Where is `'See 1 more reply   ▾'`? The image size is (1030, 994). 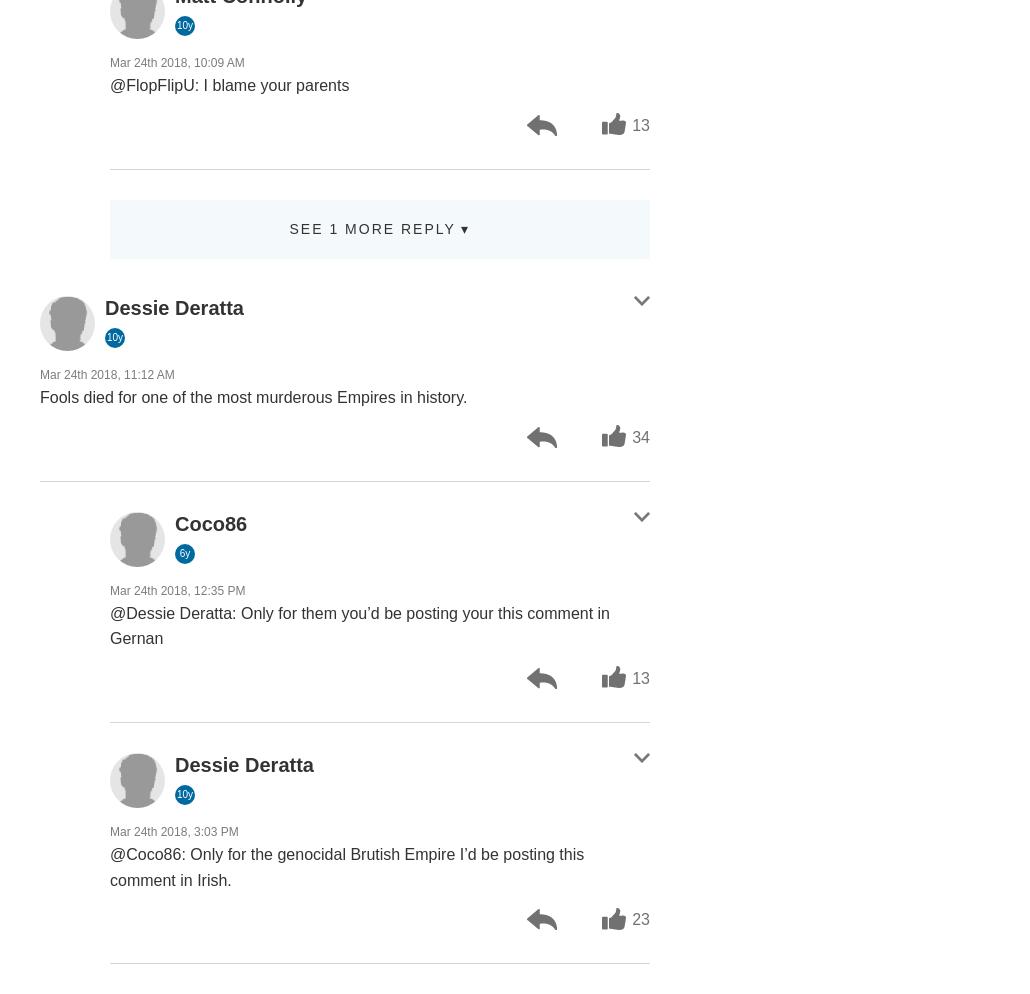
'See 1 more reply   ▾' is located at coordinates (288, 228).